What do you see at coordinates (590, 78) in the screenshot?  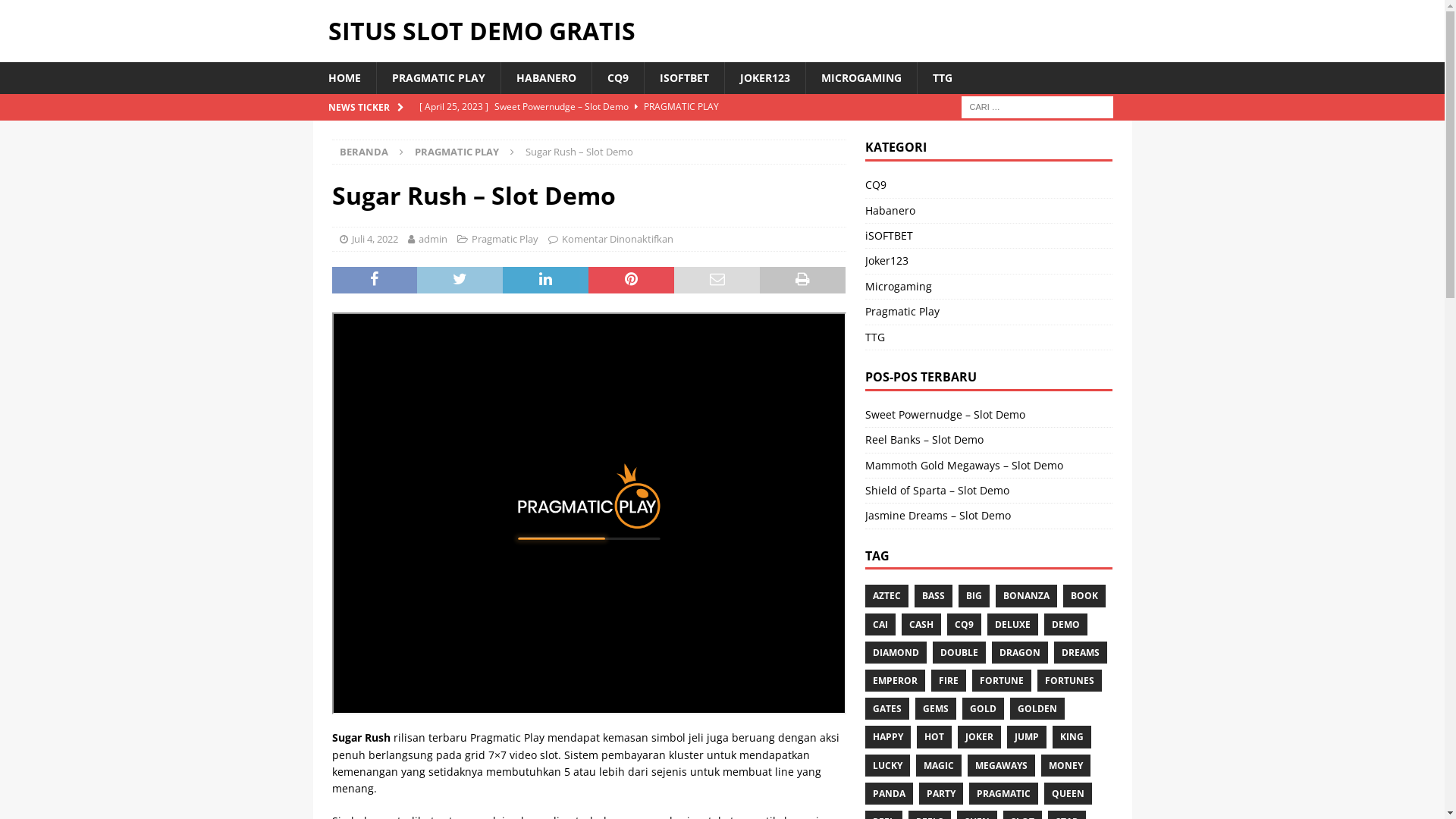 I see `'CQ9'` at bounding box center [590, 78].